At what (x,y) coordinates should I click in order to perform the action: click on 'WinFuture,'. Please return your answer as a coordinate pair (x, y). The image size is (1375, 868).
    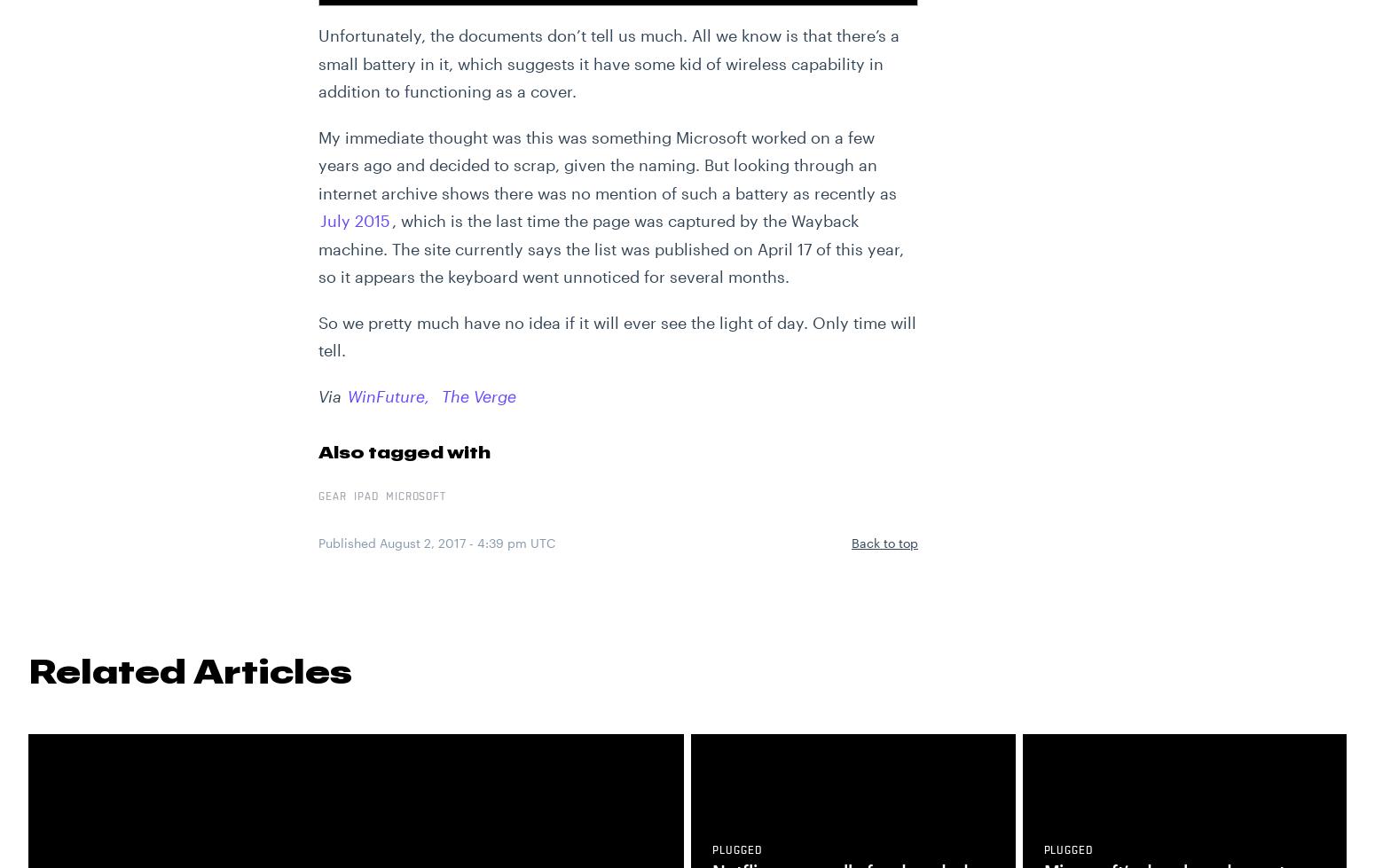
    Looking at the image, I should click on (392, 395).